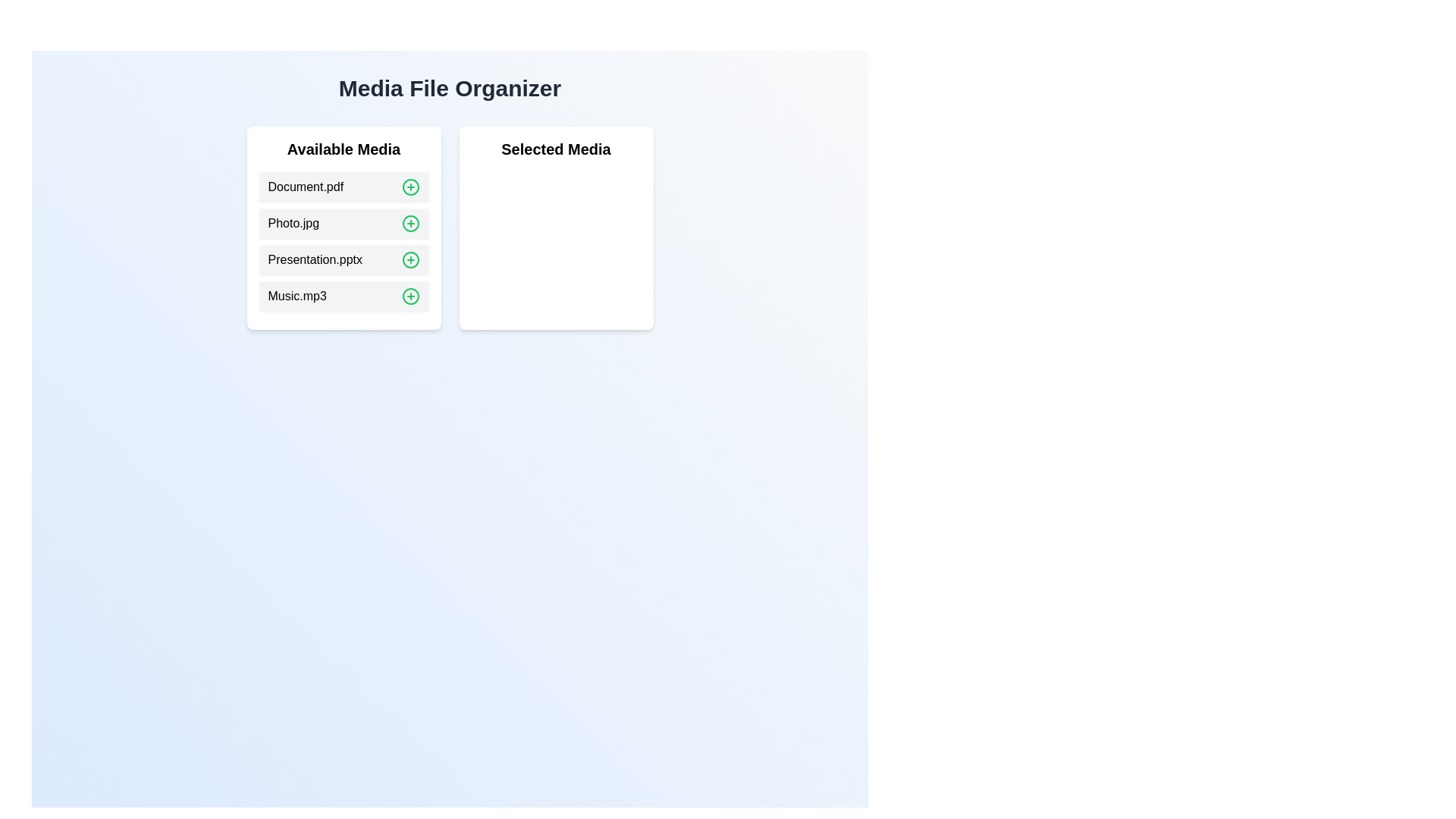 This screenshot has height=819, width=1456. What do you see at coordinates (410, 186) in the screenshot?
I see `green plus icon next to Document.pdf in 'Available Media' to move it to 'Selected Media'` at bounding box center [410, 186].